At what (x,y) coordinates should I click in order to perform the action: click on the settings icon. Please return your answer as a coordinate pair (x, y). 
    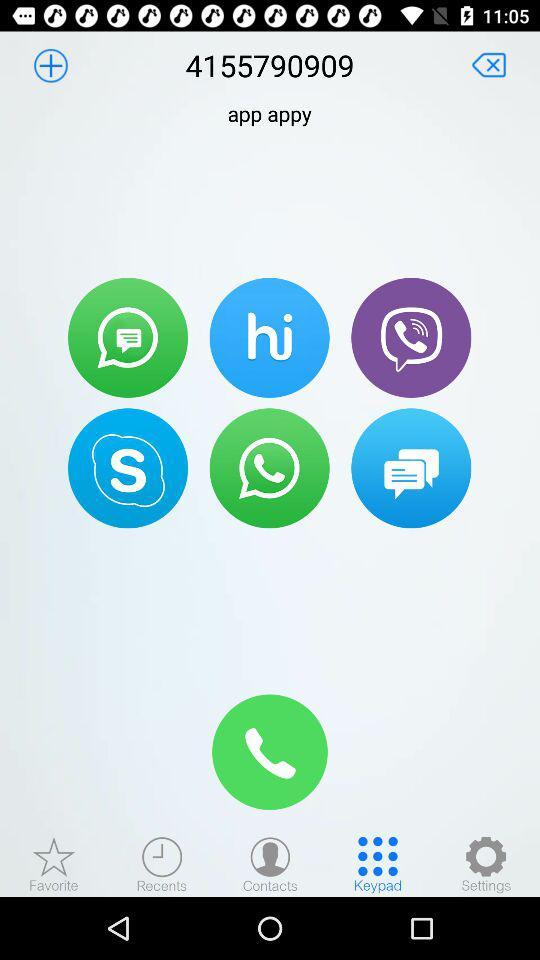
    Looking at the image, I should click on (485, 863).